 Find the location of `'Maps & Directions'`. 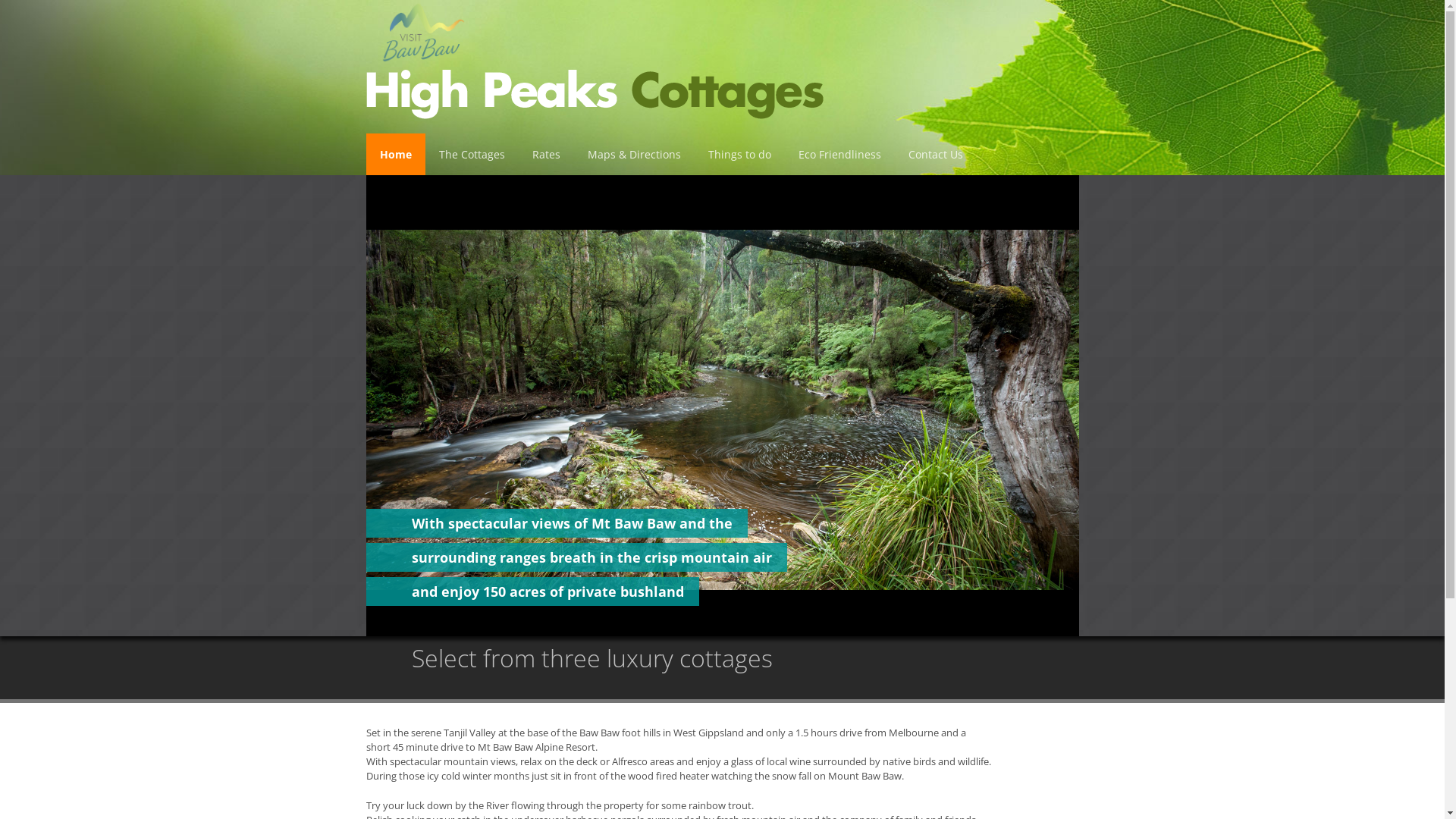

'Maps & Directions' is located at coordinates (633, 154).